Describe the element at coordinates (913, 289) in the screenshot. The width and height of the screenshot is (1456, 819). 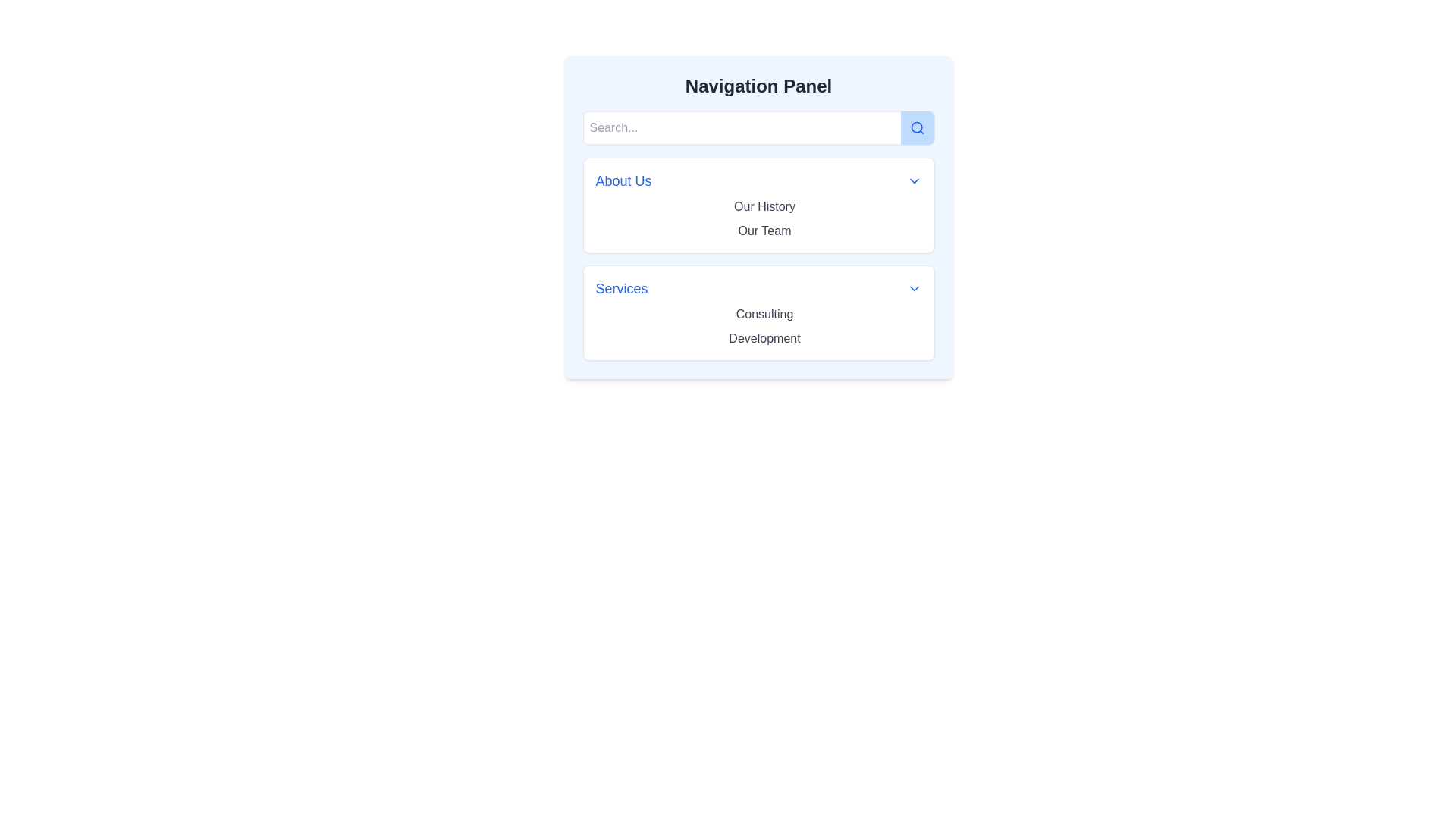
I see `the Dropdown toggle icon located at the bottom right of the 'Services' section header to potentially view a tooltip` at that location.